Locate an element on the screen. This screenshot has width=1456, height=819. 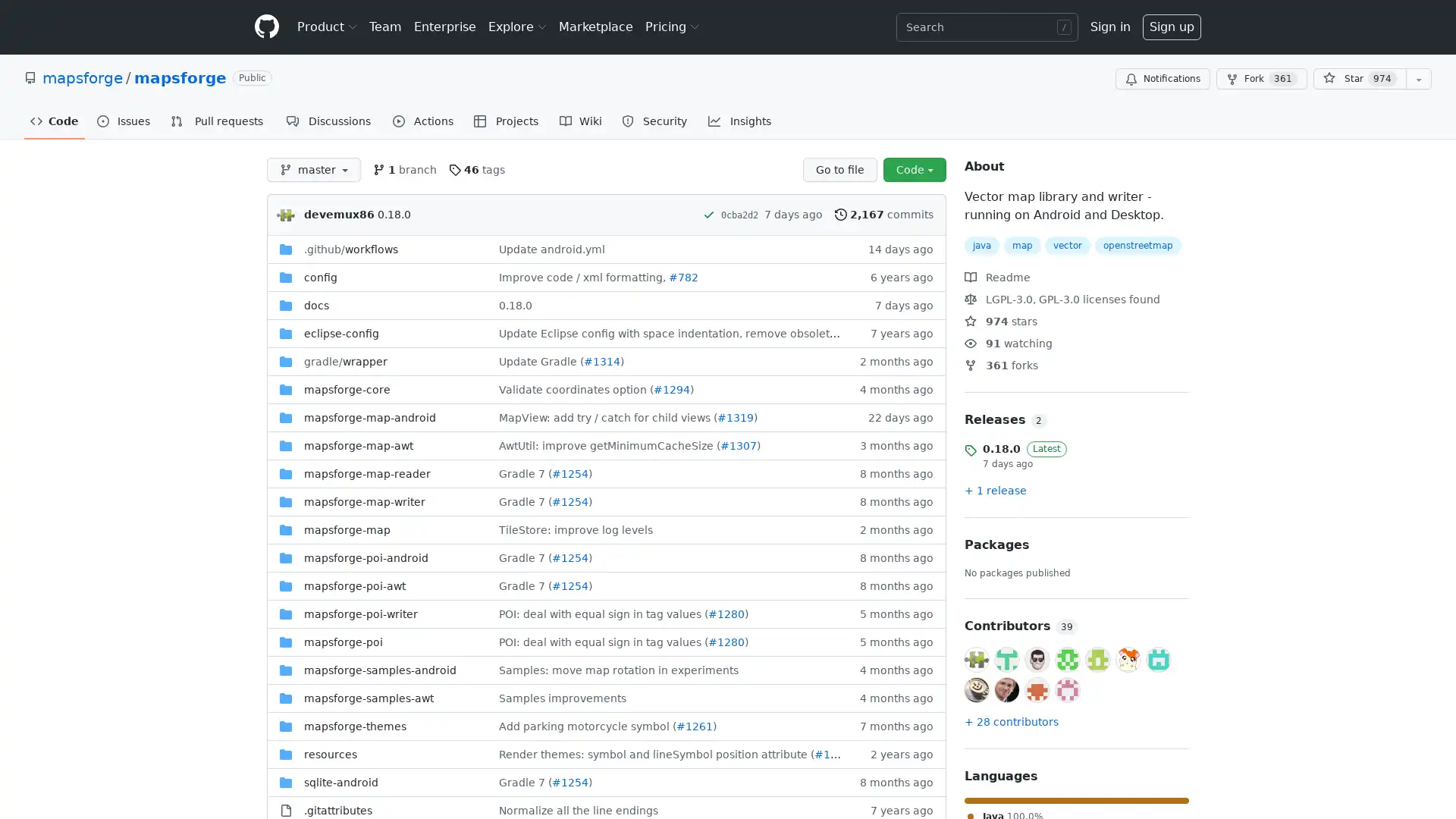
LGPL-3.0, GPL-3.0 licenses found is located at coordinates (1062, 299).